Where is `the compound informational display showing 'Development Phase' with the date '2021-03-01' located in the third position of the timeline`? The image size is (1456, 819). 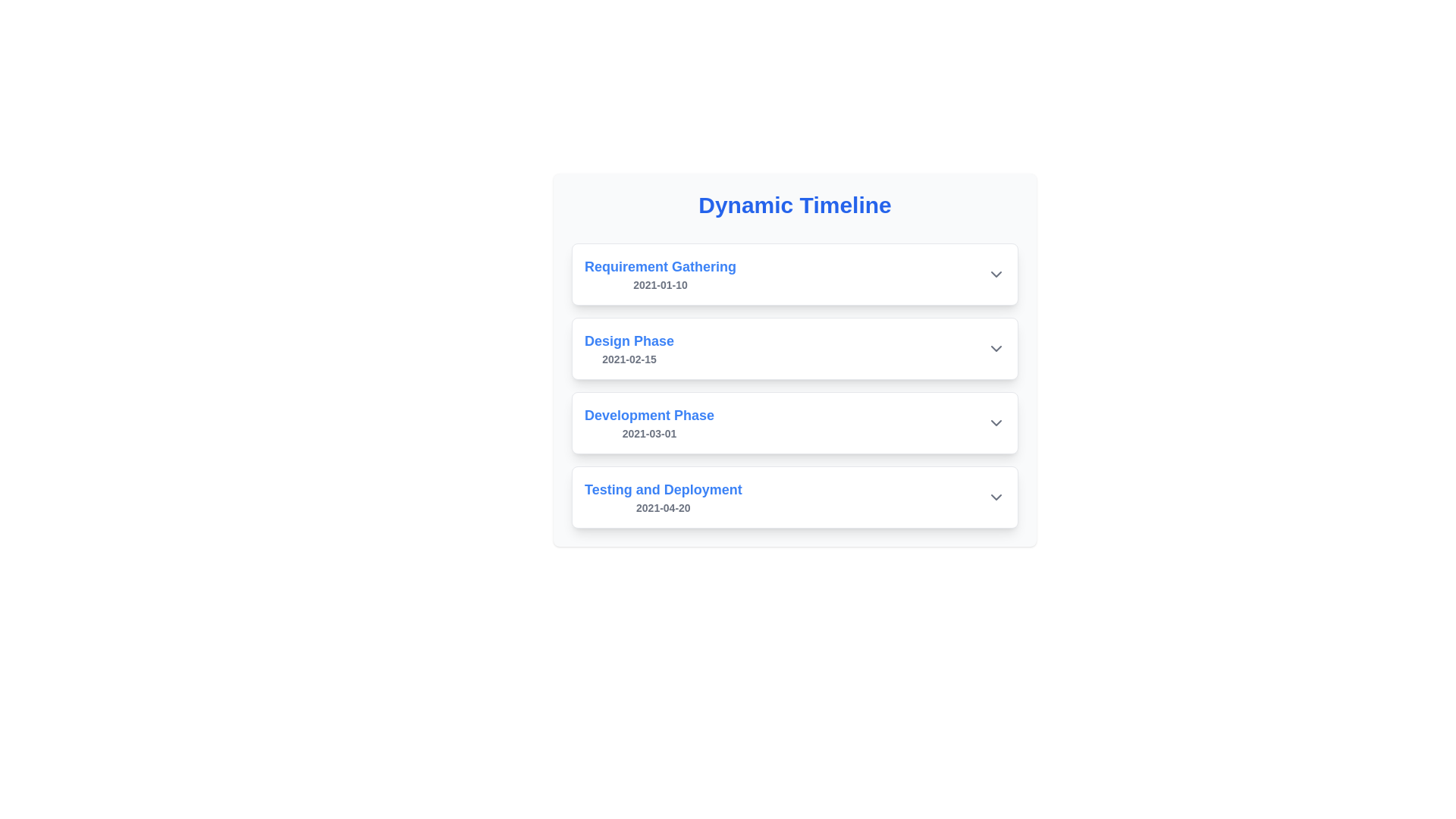
the compound informational display showing 'Development Phase' with the date '2021-03-01' located in the third position of the timeline is located at coordinates (649, 423).